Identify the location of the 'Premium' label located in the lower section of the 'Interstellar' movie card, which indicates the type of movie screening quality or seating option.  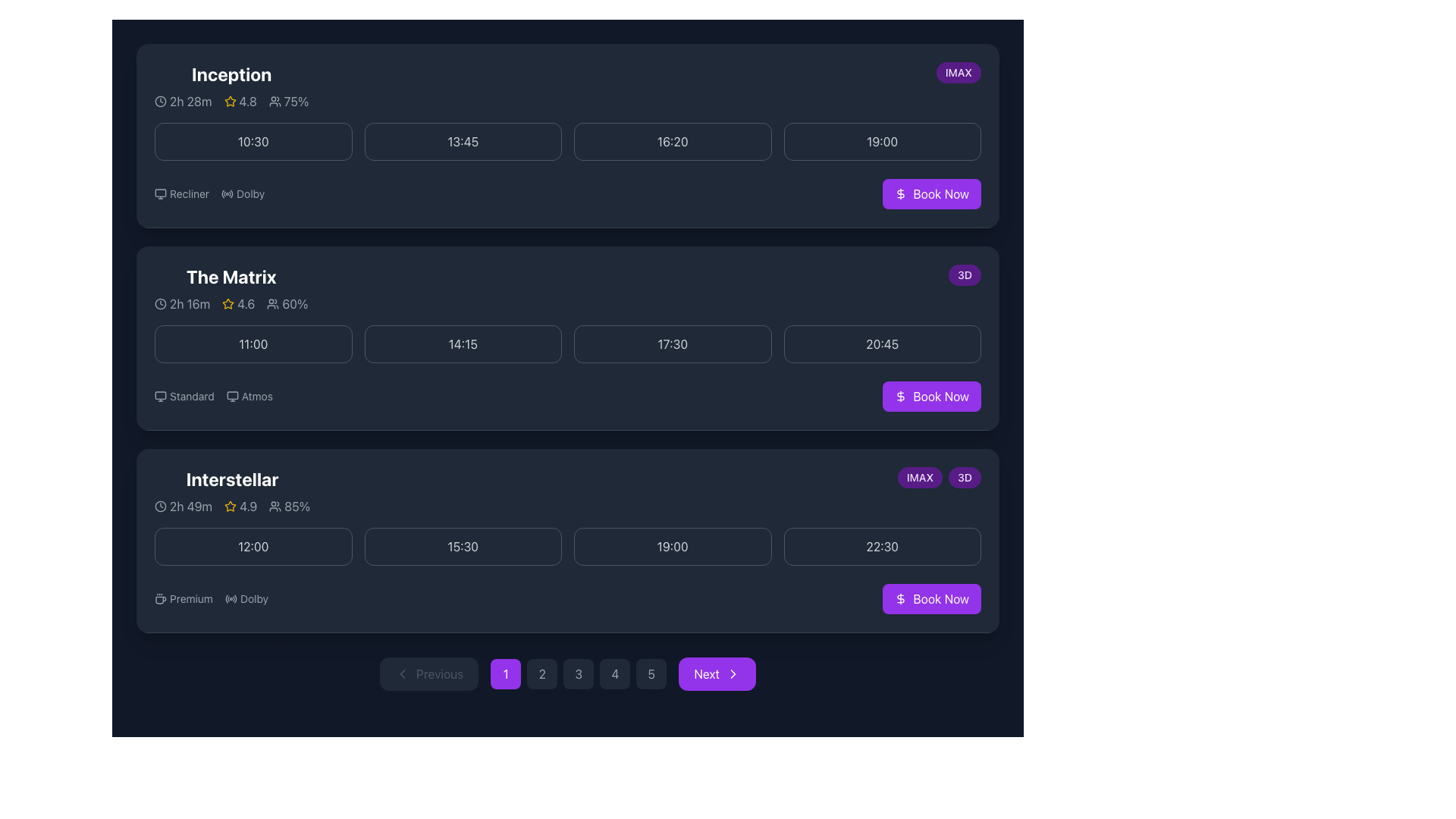
(183, 598).